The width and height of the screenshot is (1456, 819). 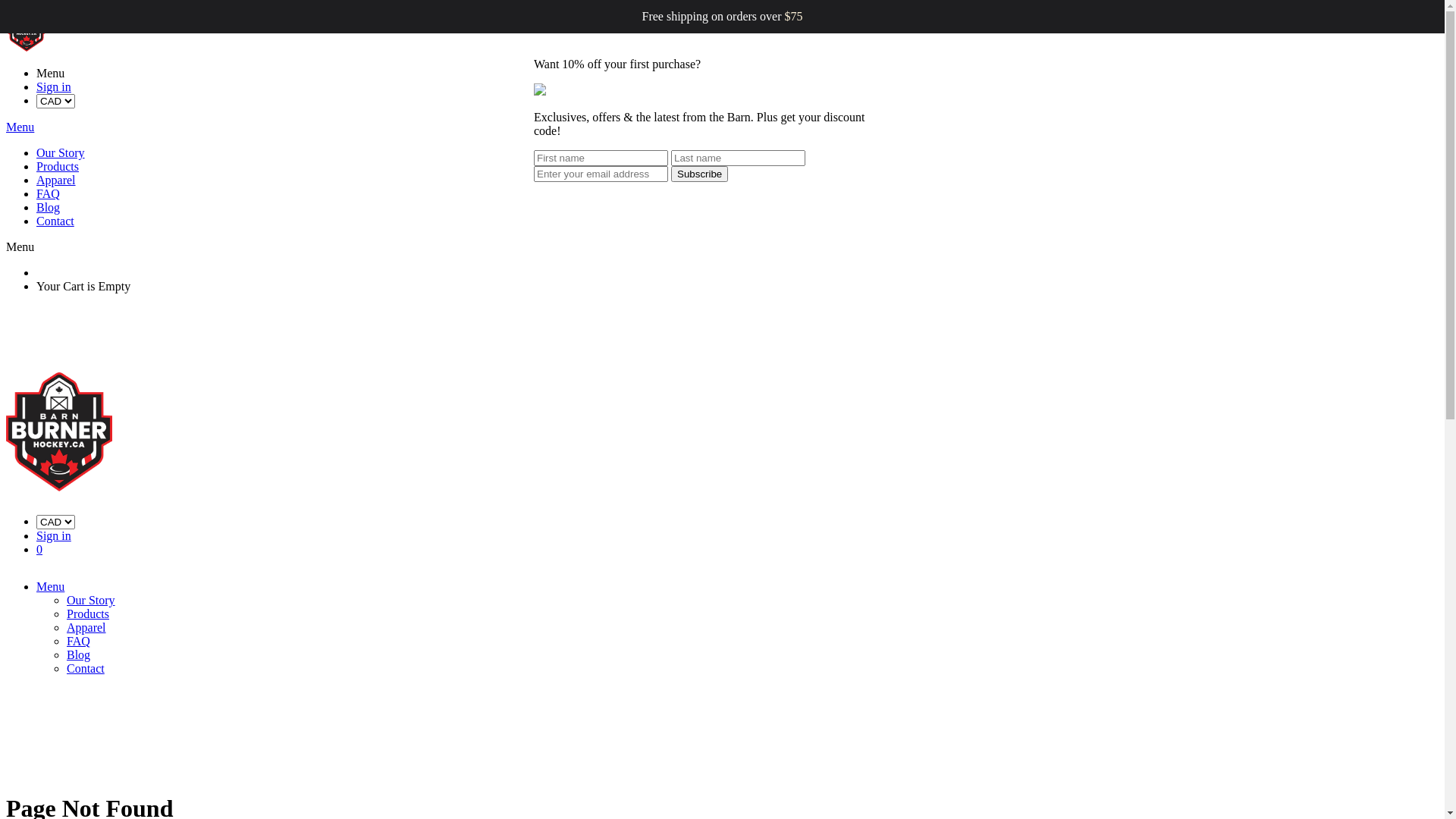 What do you see at coordinates (86, 613) in the screenshot?
I see `'Products'` at bounding box center [86, 613].